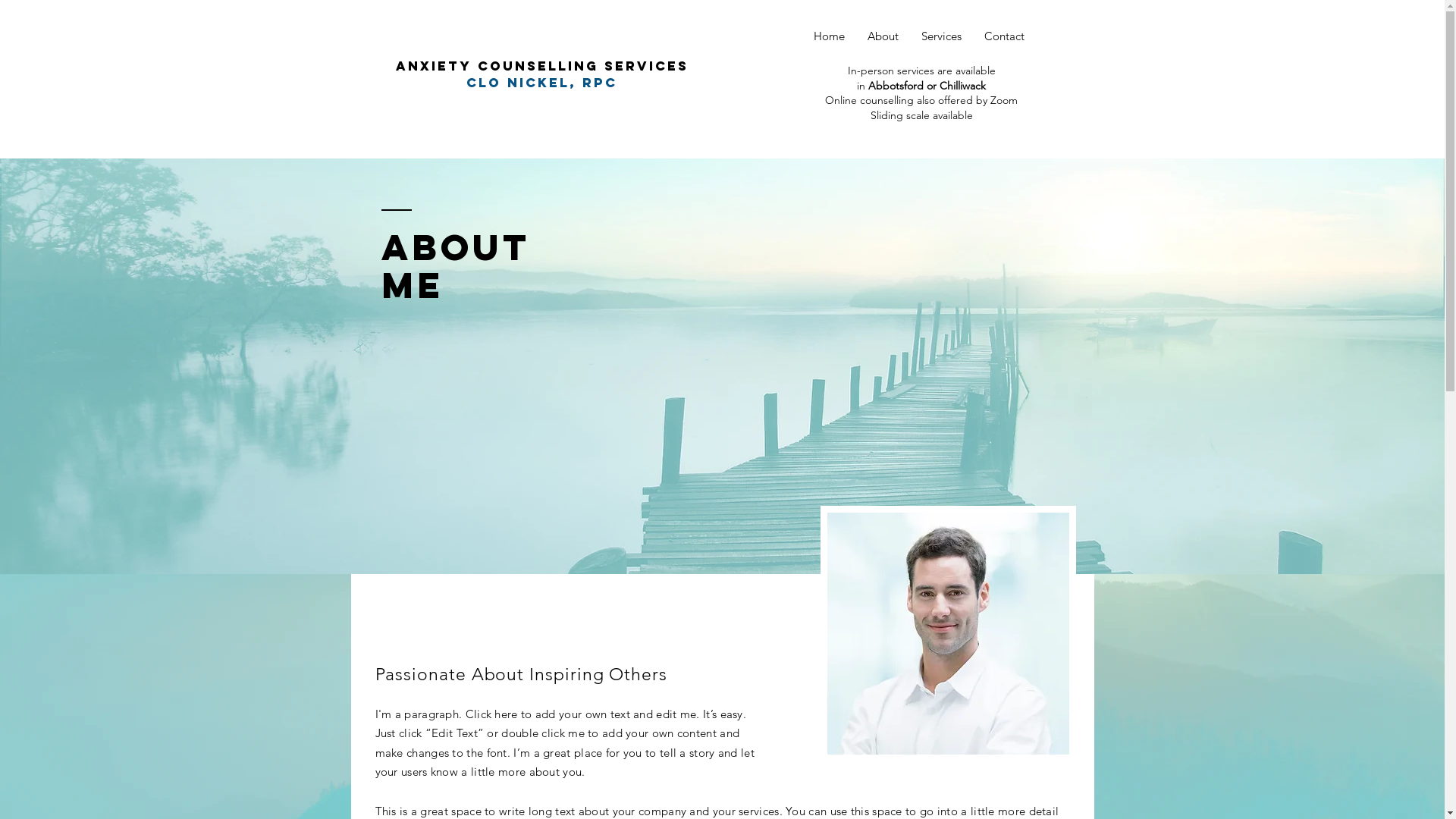 The width and height of the screenshot is (1456, 819). I want to click on 'clo Nickel, rpc', so click(541, 82).